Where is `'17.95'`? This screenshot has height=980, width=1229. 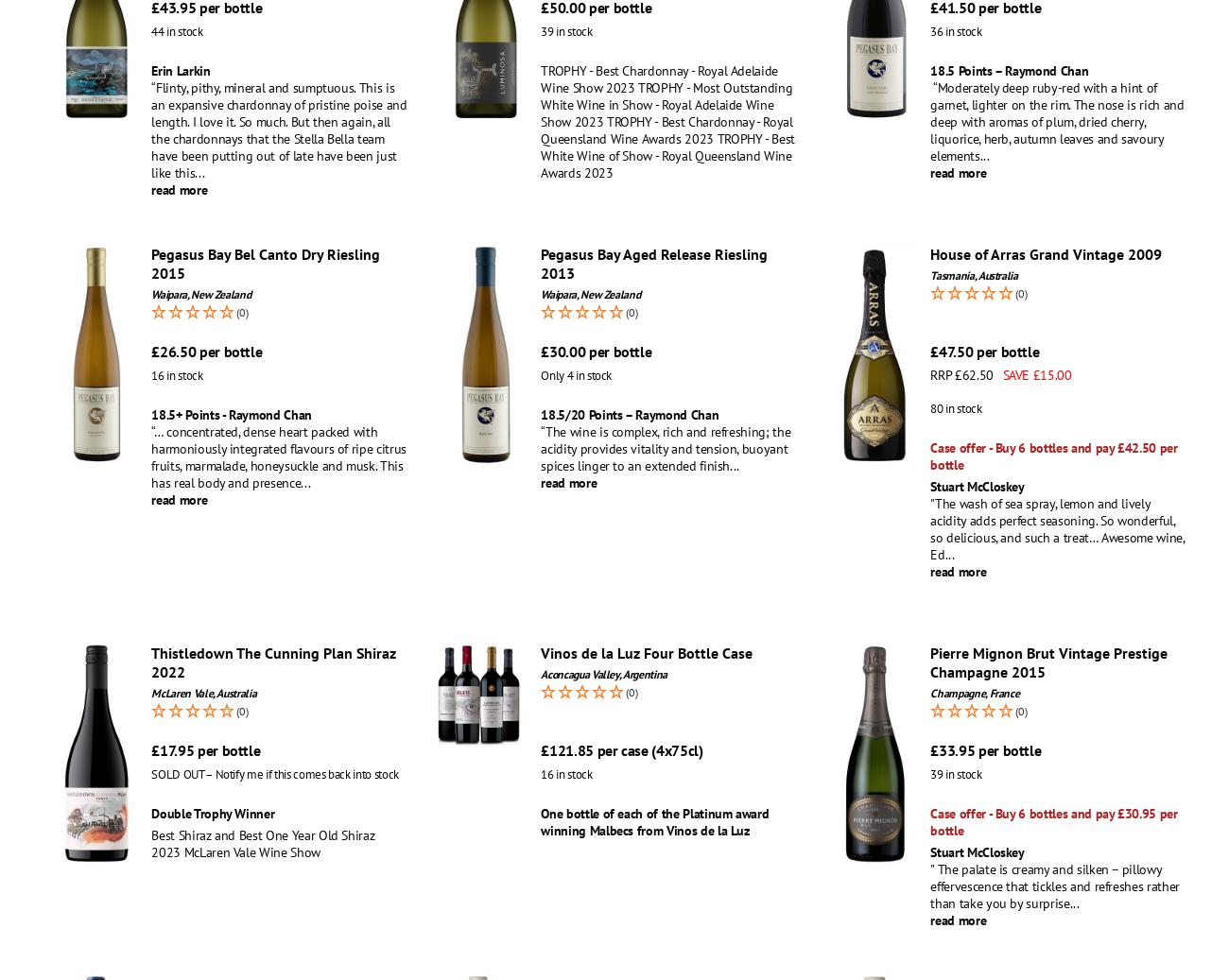
'17.95' is located at coordinates (160, 750).